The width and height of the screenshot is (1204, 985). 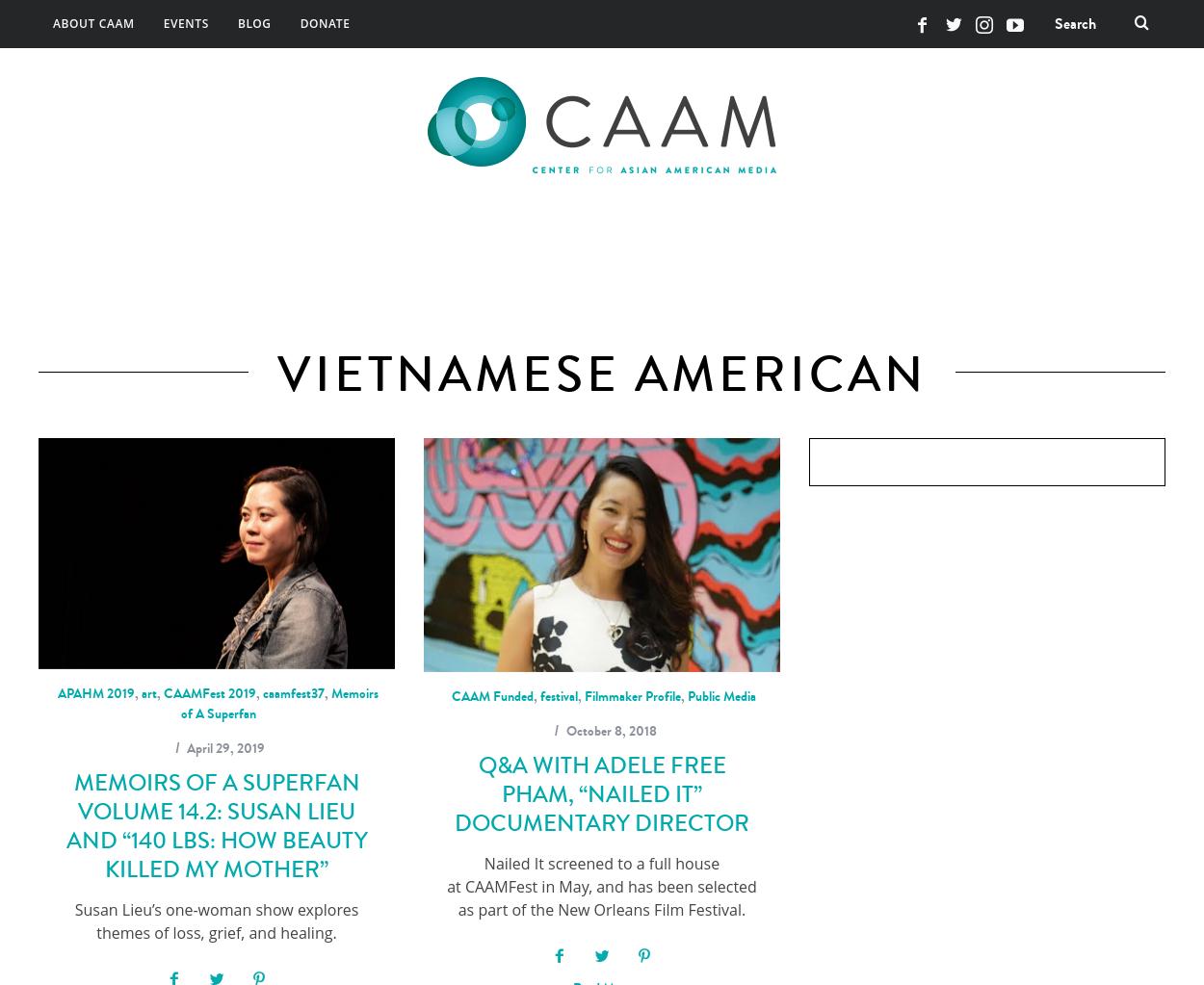 What do you see at coordinates (294, 691) in the screenshot?
I see `'caamfest37'` at bounding box center [294, 691].